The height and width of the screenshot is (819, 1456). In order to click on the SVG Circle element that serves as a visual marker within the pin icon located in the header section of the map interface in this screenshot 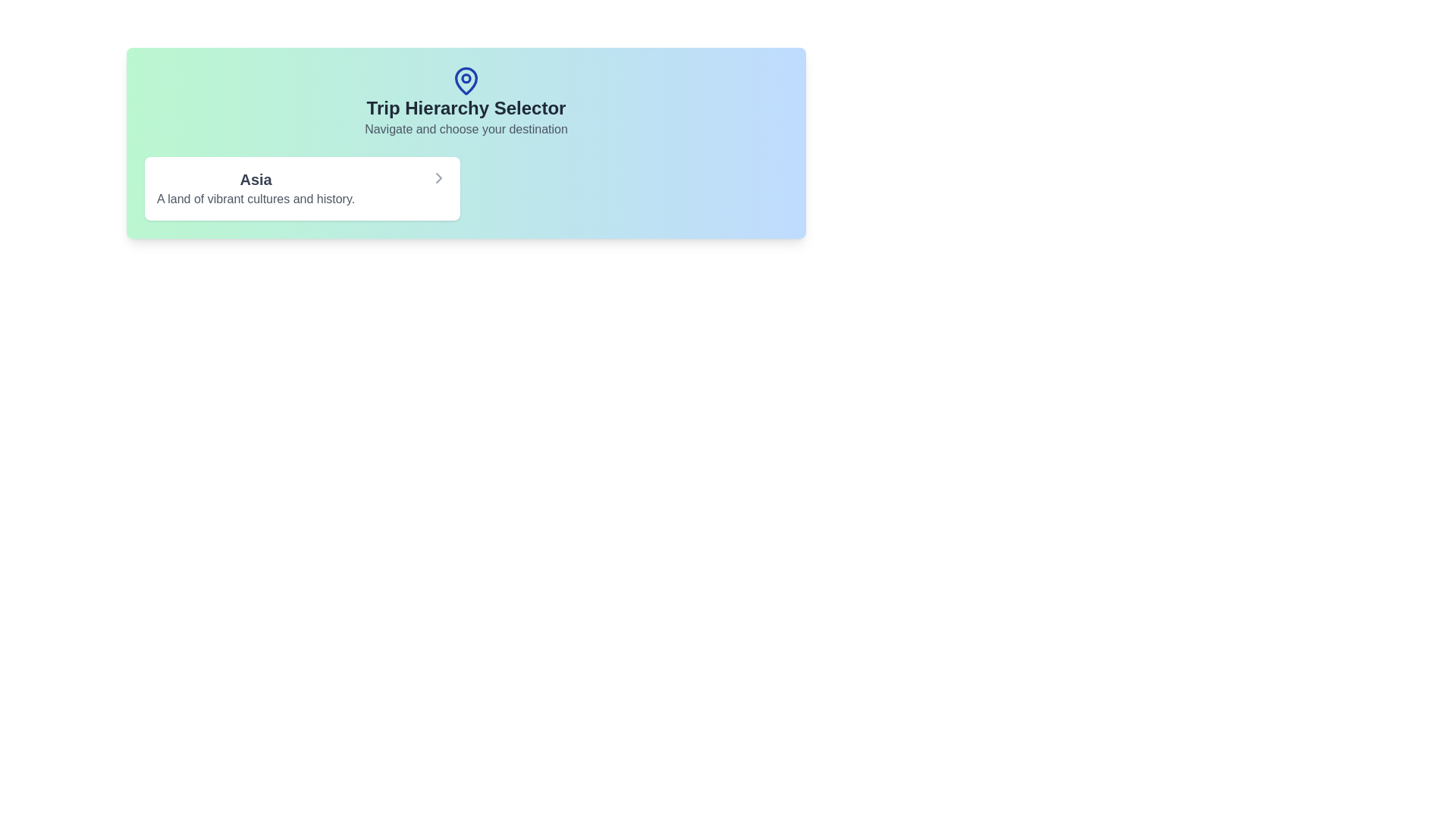, I will do `click(465, 78)`.